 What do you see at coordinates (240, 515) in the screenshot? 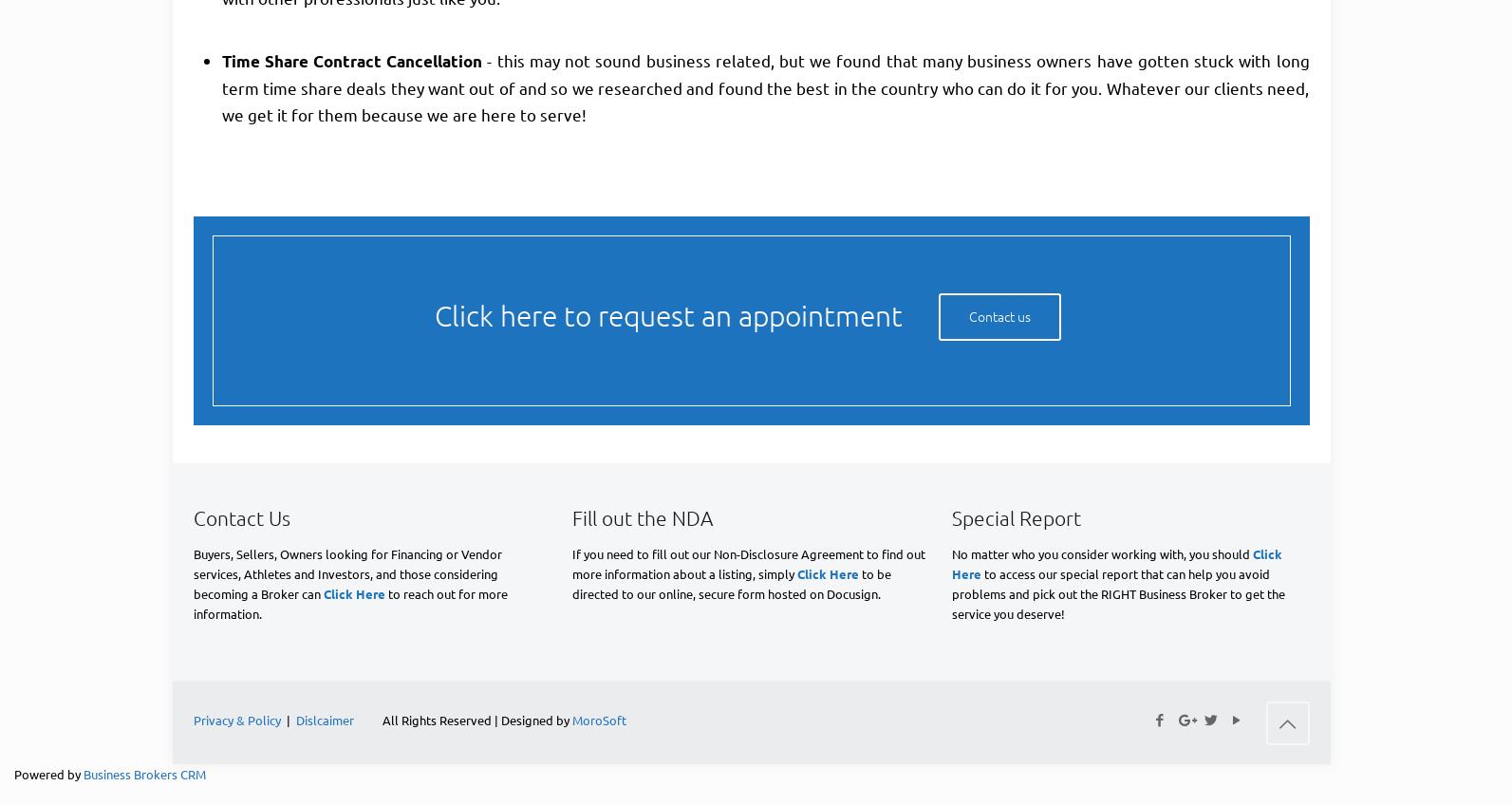
I see `'Contact Us'` at bounding box center [240, 515].